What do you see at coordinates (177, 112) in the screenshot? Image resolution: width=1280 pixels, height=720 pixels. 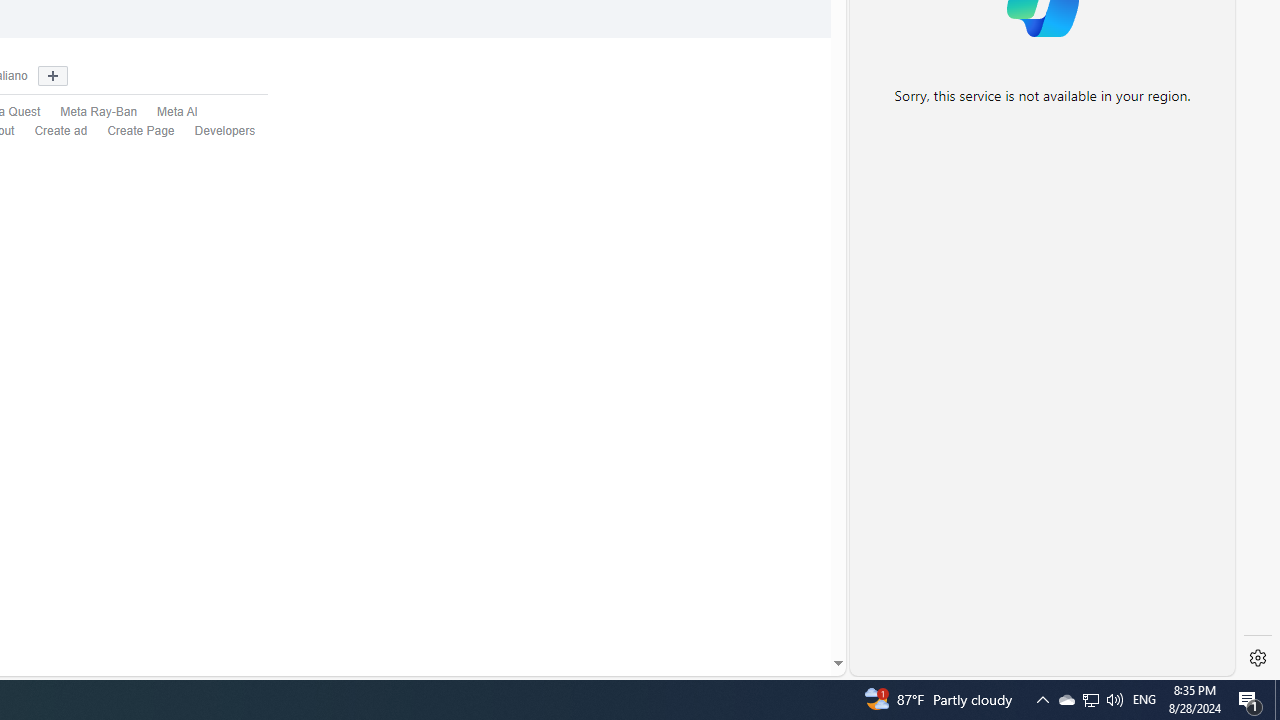 I see `'Meta AI'` at bounding box center [177, 112].